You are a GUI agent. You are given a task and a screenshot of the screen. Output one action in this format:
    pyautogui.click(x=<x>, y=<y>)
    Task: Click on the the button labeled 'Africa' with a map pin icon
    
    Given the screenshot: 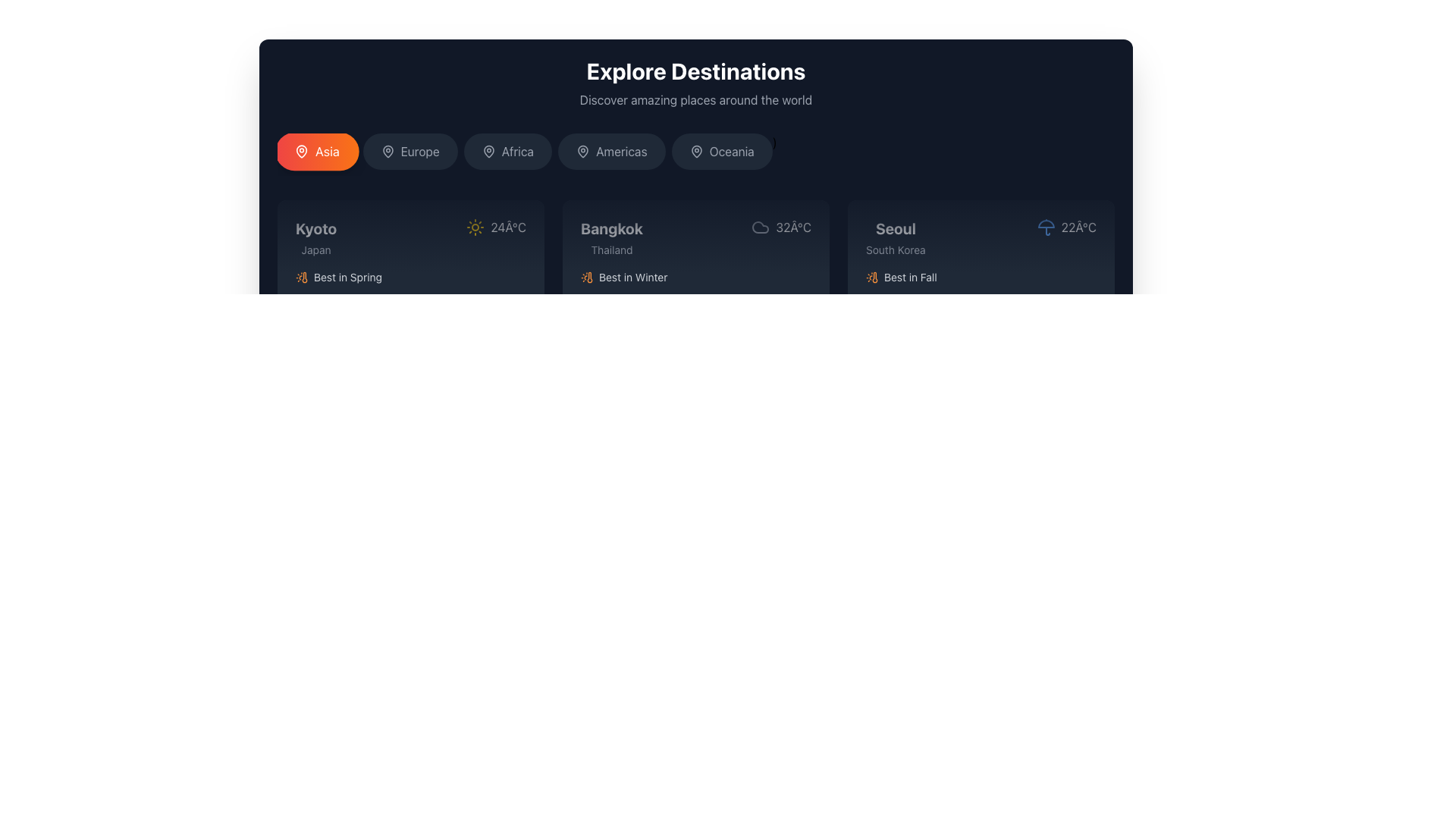 What is the action you would take?
    pyautogui.click(x=507, y=152)
    